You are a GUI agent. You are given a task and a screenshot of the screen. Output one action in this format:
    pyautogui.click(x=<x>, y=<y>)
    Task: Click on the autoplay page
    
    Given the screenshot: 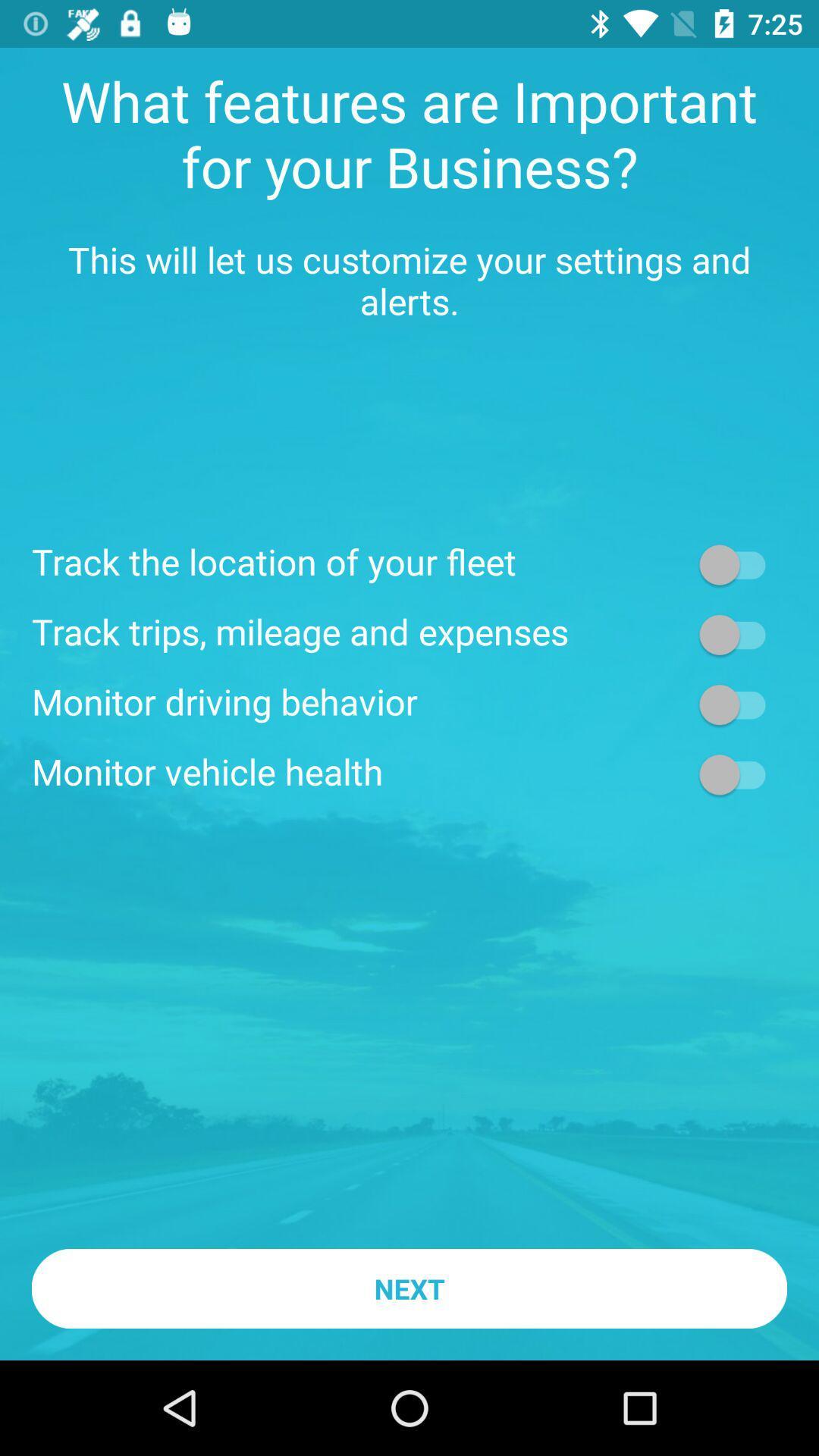 What is the action you would take?
    pyautogui.click(x=739, y=704)
    